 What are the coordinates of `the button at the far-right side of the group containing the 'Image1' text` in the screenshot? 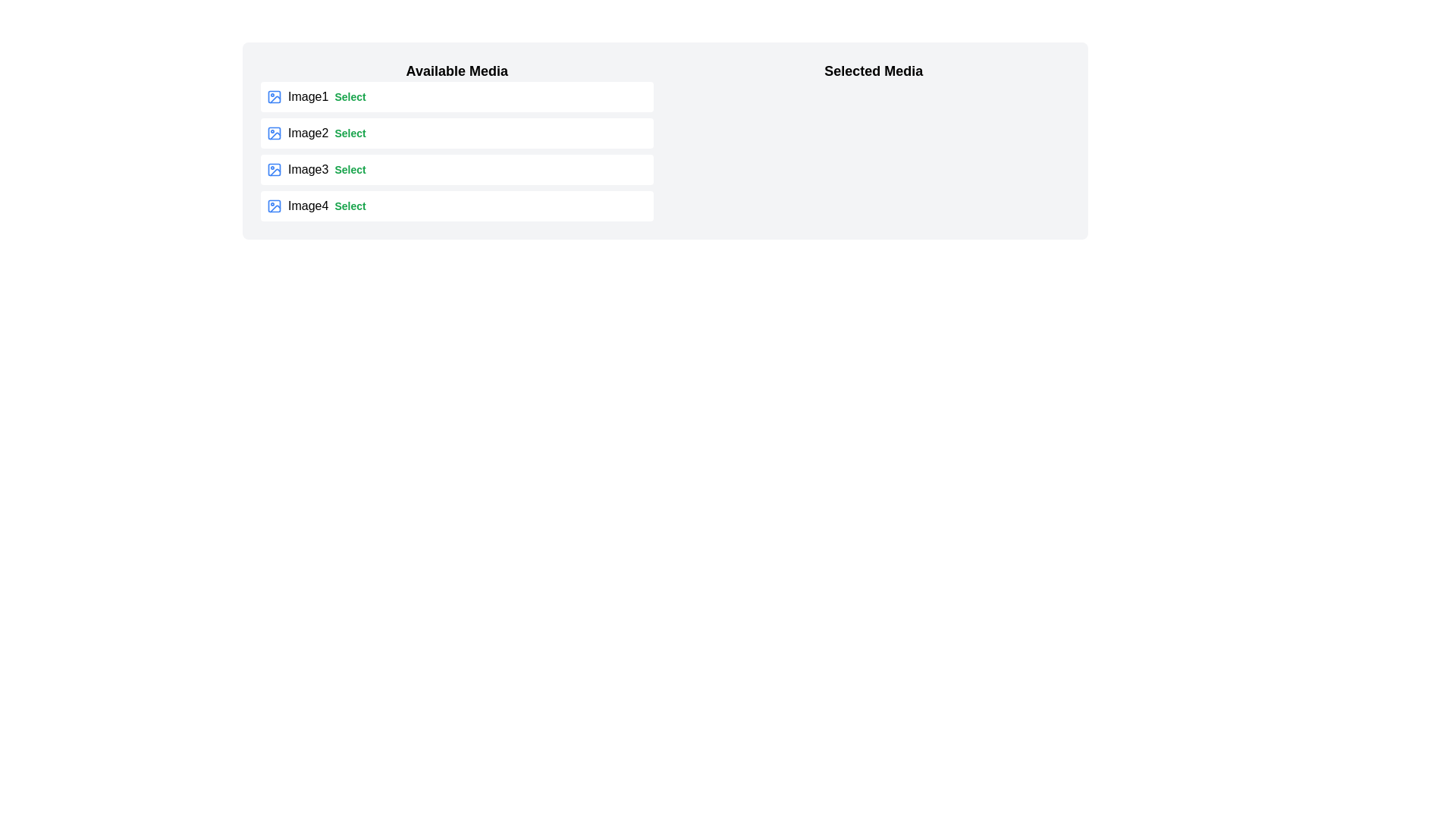 It's located at (349, 96).